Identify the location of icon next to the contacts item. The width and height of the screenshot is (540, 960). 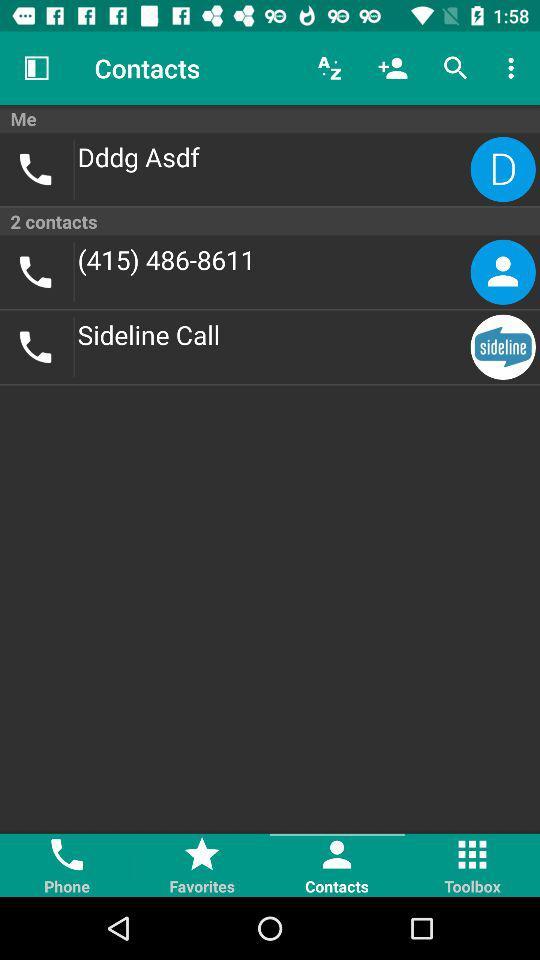
(329, 68).